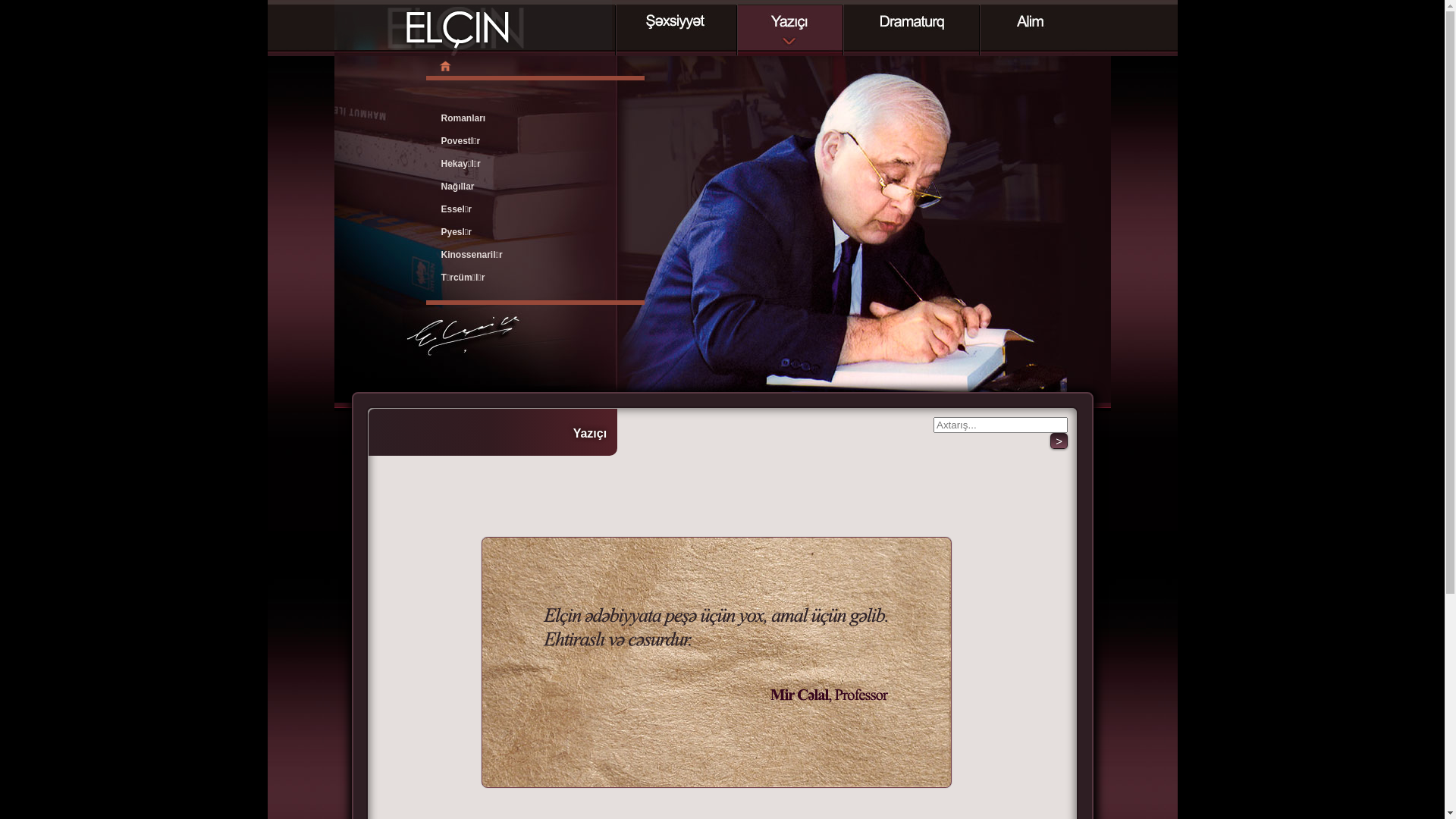  What do you see at coordinates (1058, 441) in the screenshot?
I see `'>'` at bounding box center [1058, 441].